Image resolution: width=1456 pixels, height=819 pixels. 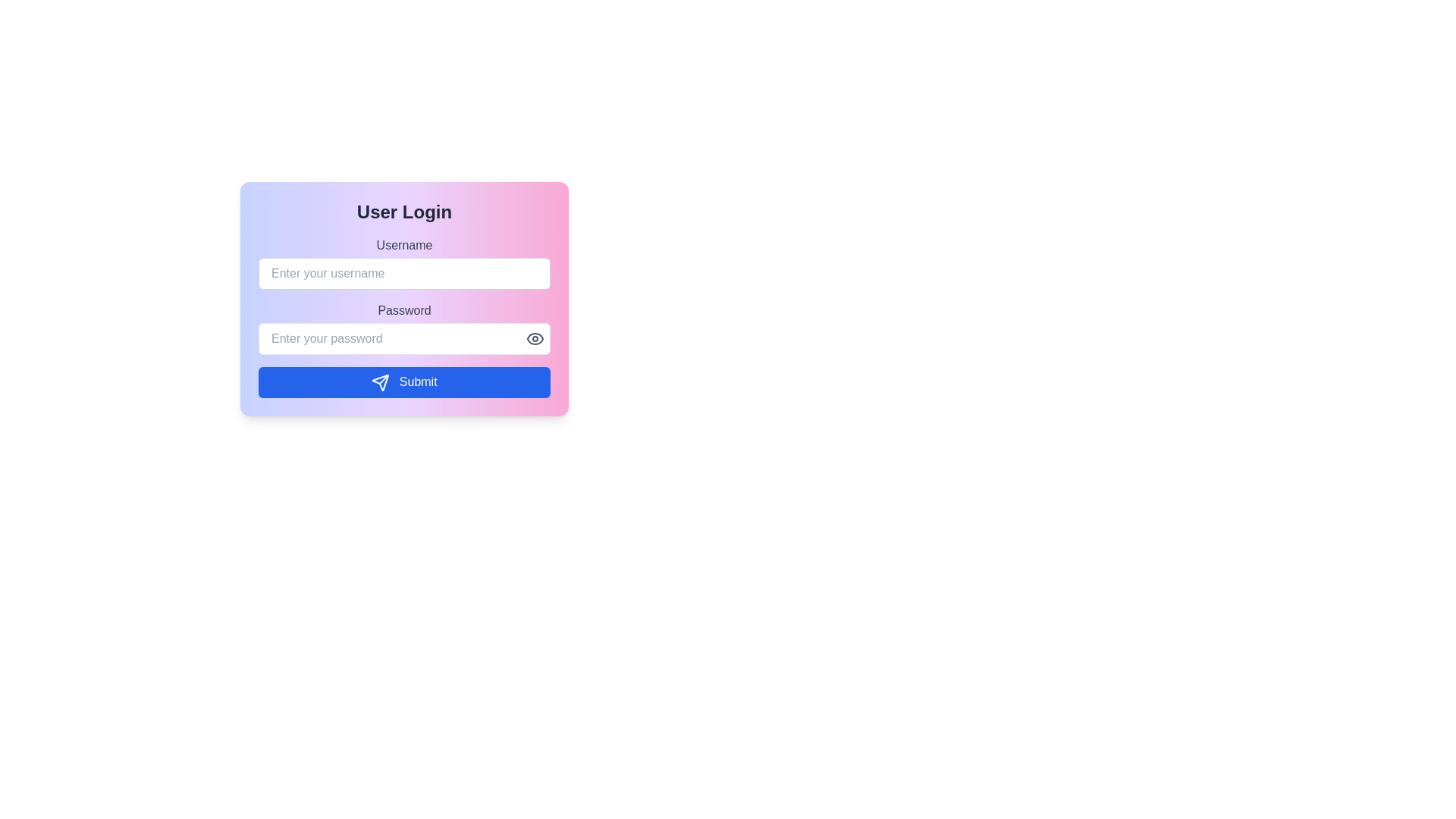 I want to click on the Text Header element which serves as the title for the login form, positioned at the top center above the Username and Password fields, so click(x=404, y=212).